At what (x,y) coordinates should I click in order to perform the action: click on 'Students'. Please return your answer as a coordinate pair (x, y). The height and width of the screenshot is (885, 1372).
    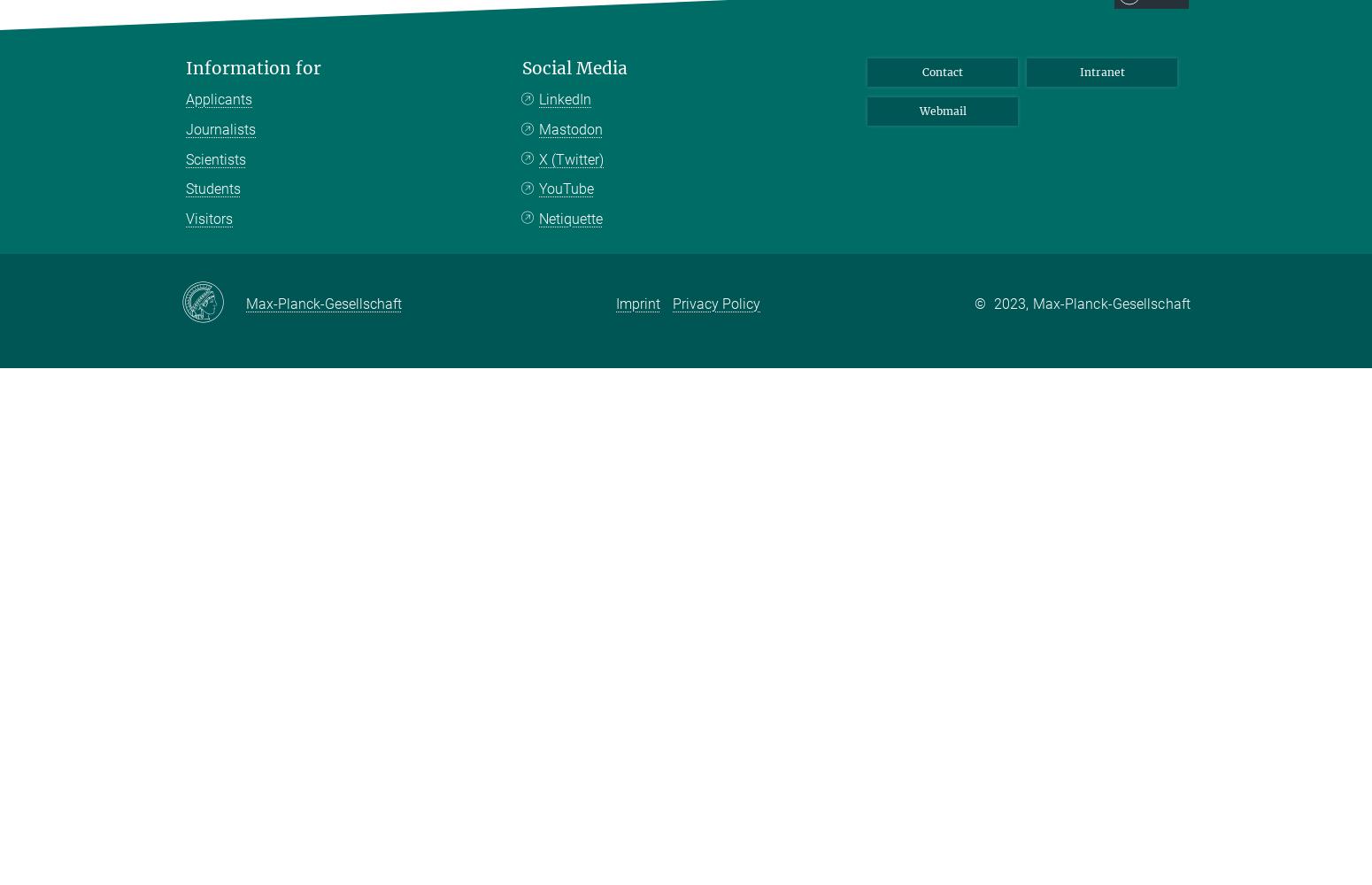
    Looking at the image, I should click on (213, 188).